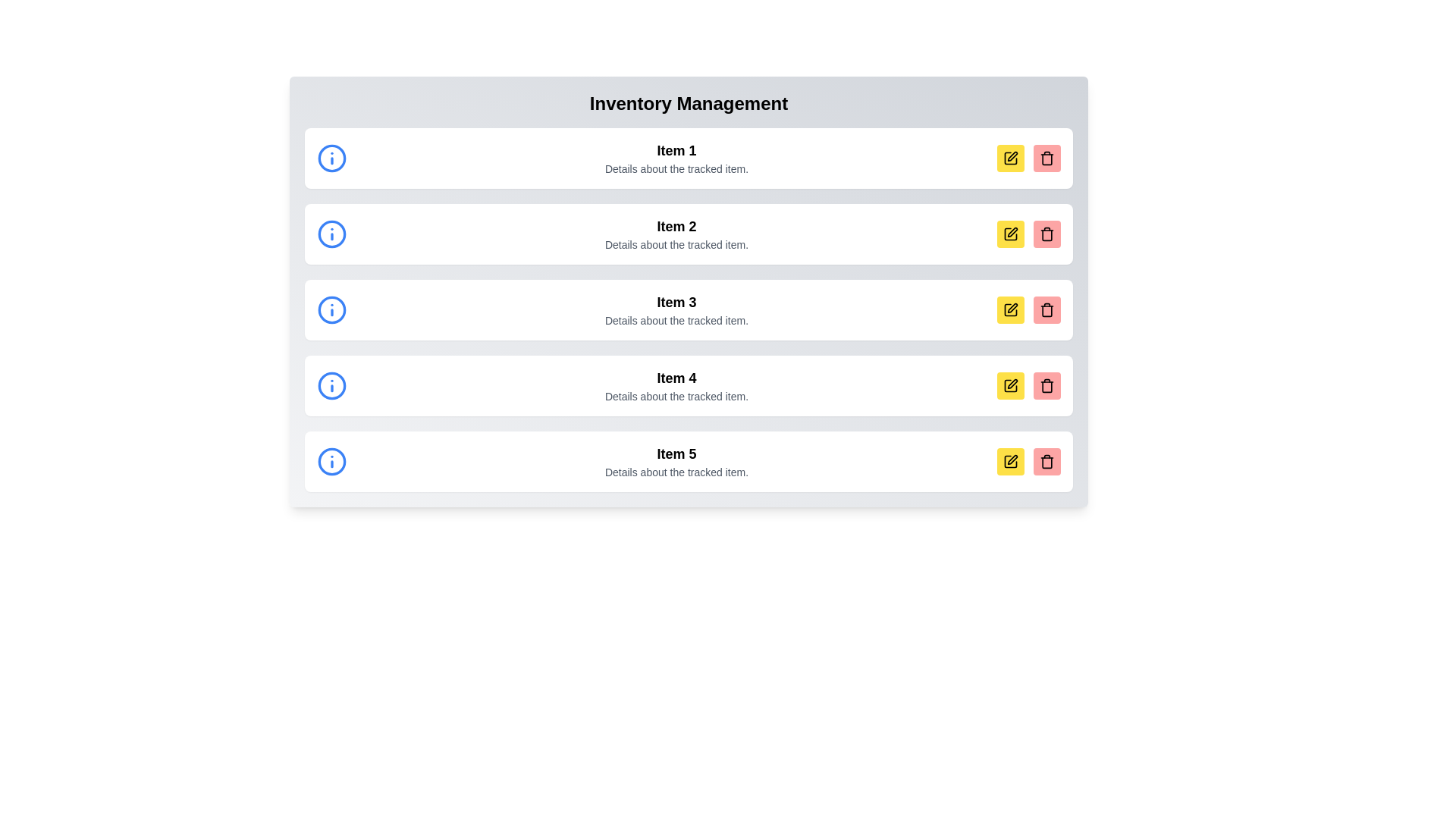 The image size is (1456, 819). What do you see at coordinates (1011, 158) in the screenshot?
I see `the pencil icon within the edit button in the first row of the Inventory Management system to initiate the edit action for the corresponding list item` at bounding box center [1011, 158].